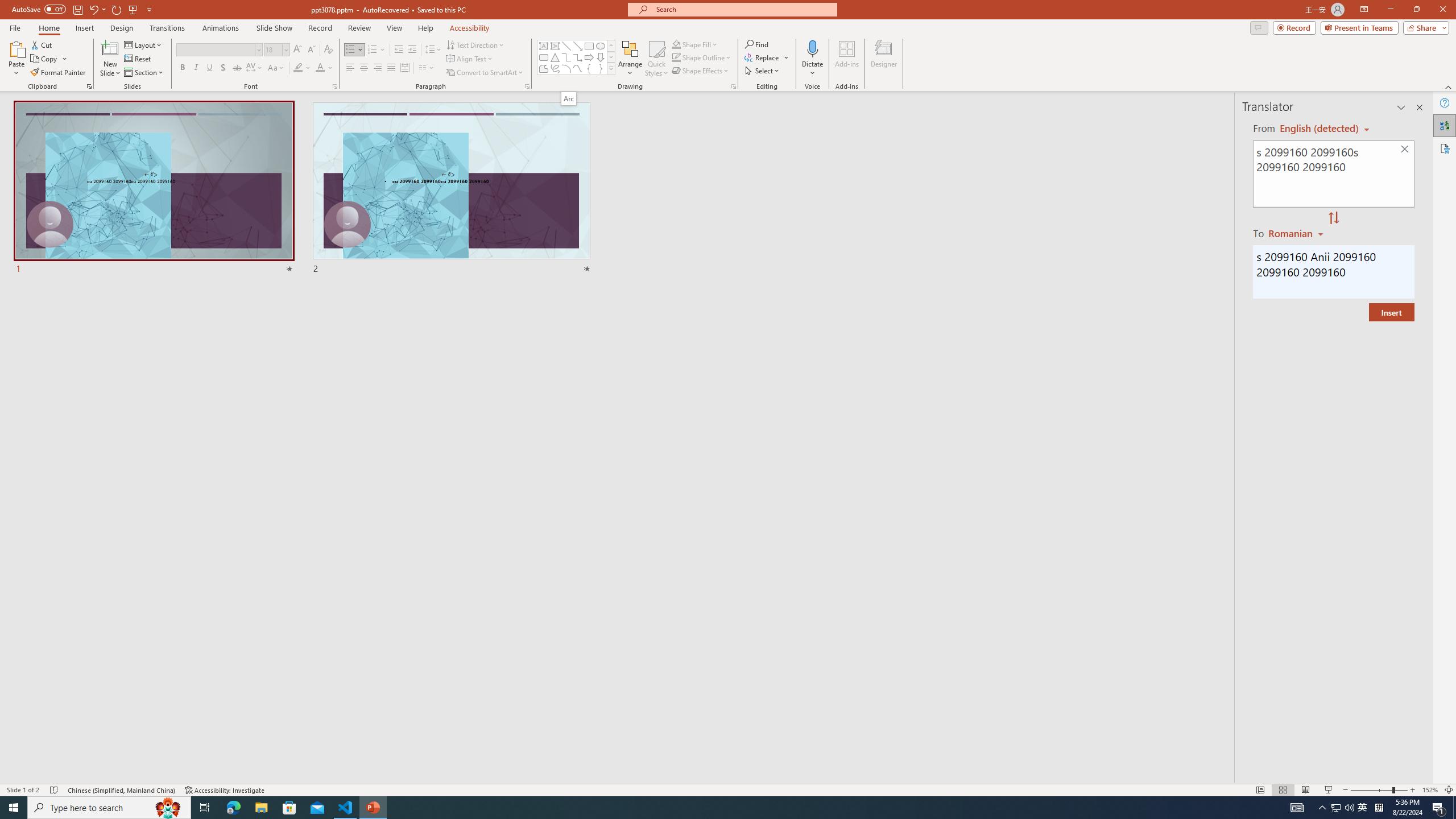 The image size is (1456, 819). Describe the element at coordinates (543, 45) in the screenshot. I see `'Text Box'` at that location.